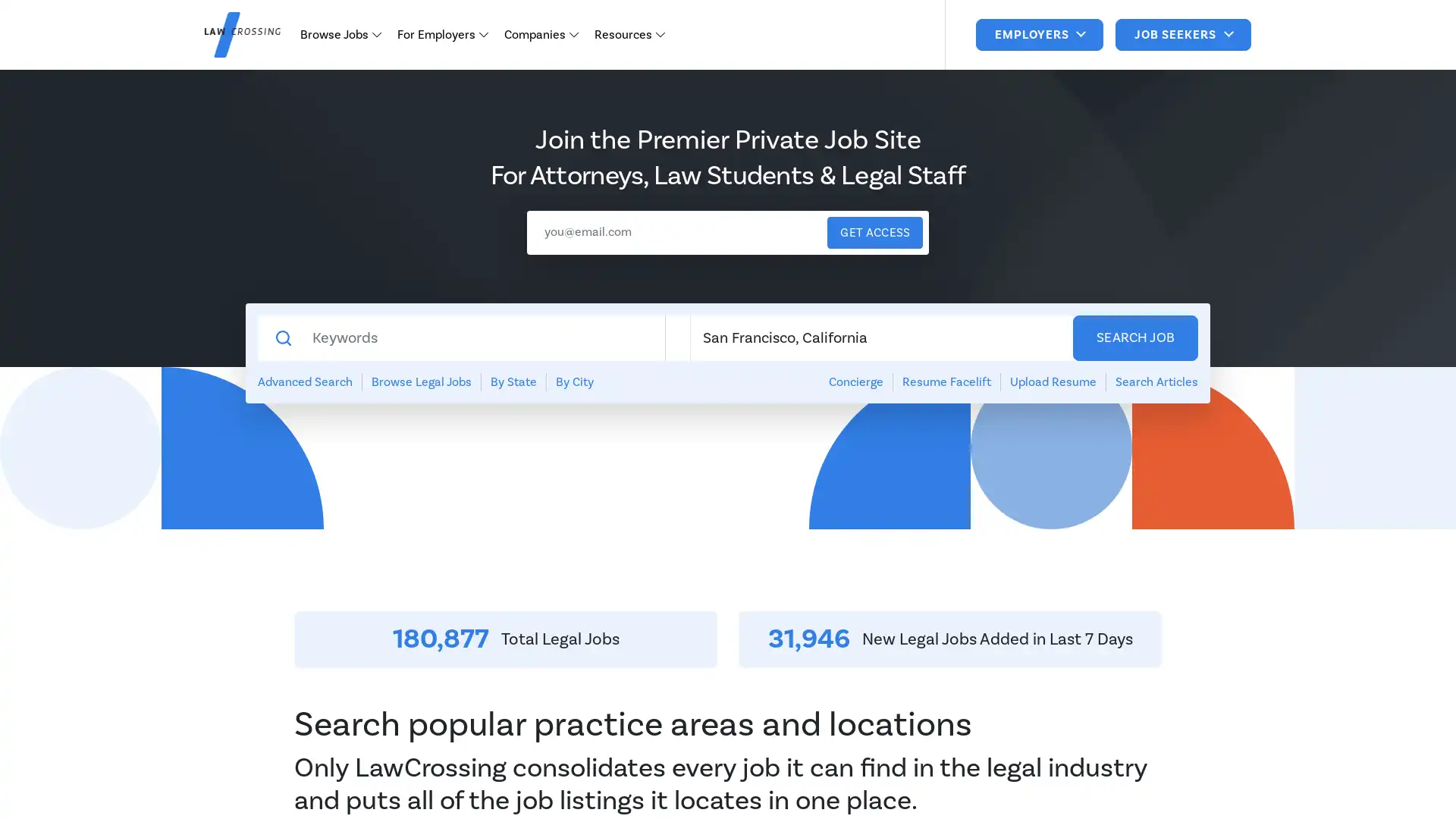 The image size is (1456, 819). What do you see at coordinates (1135, 337) in the screenshot?
I see `SEARCH JOB` at bounding box center [1135, 337].